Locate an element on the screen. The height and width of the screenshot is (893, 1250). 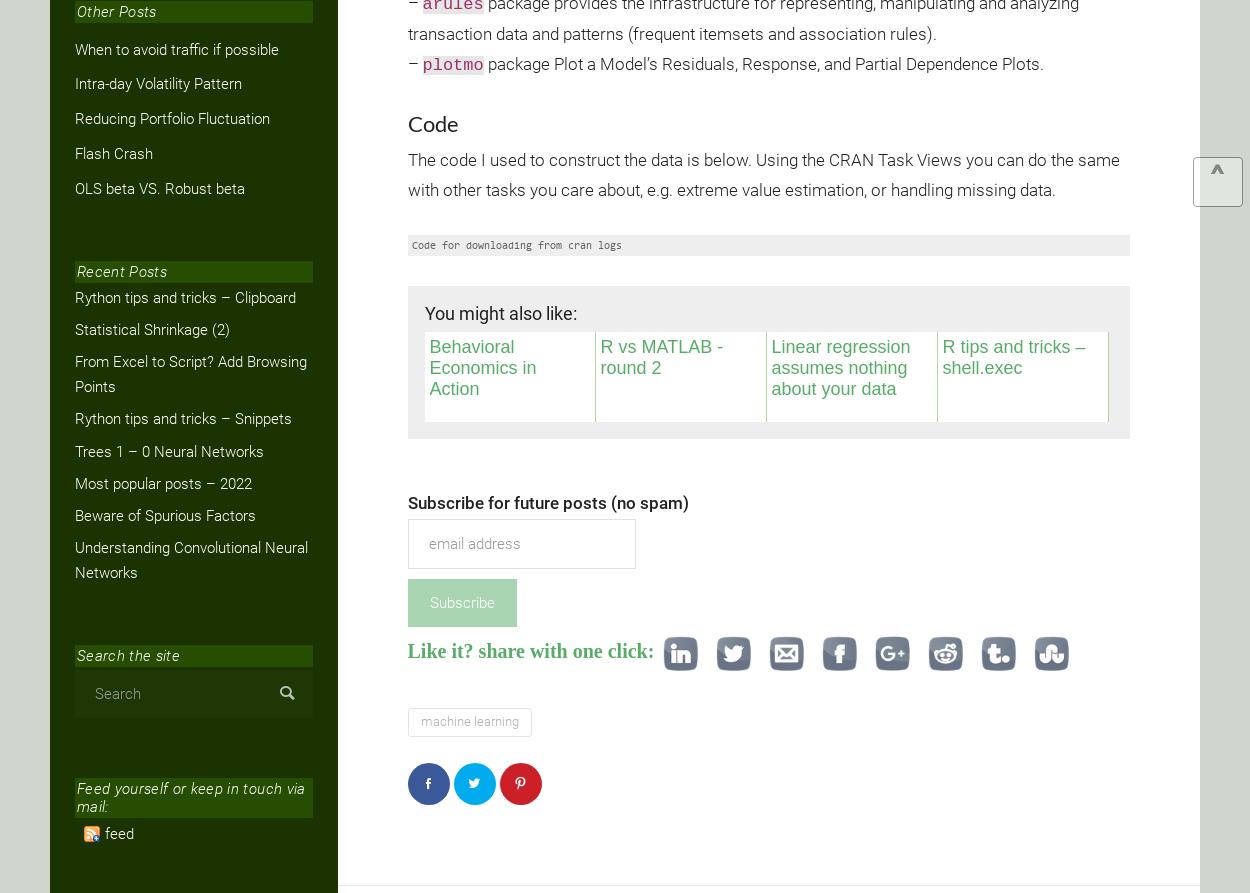
'Trees 1 – 0 Neural Networks' is located at coordinates (169, 449).